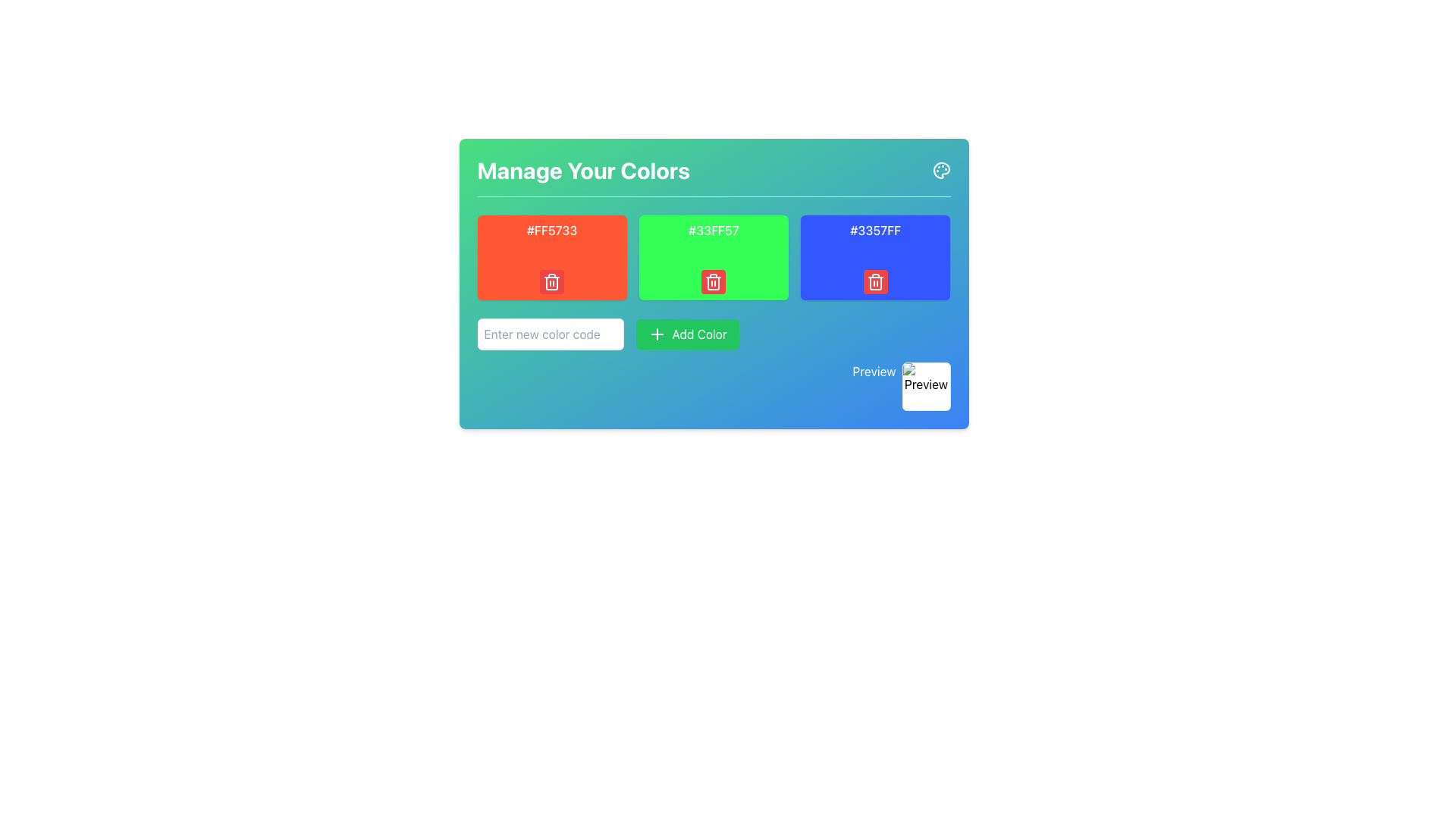  What do you see at coordinates (875, 256) in the screenshot?
I see `the third card` at bounding box center [875, 256].